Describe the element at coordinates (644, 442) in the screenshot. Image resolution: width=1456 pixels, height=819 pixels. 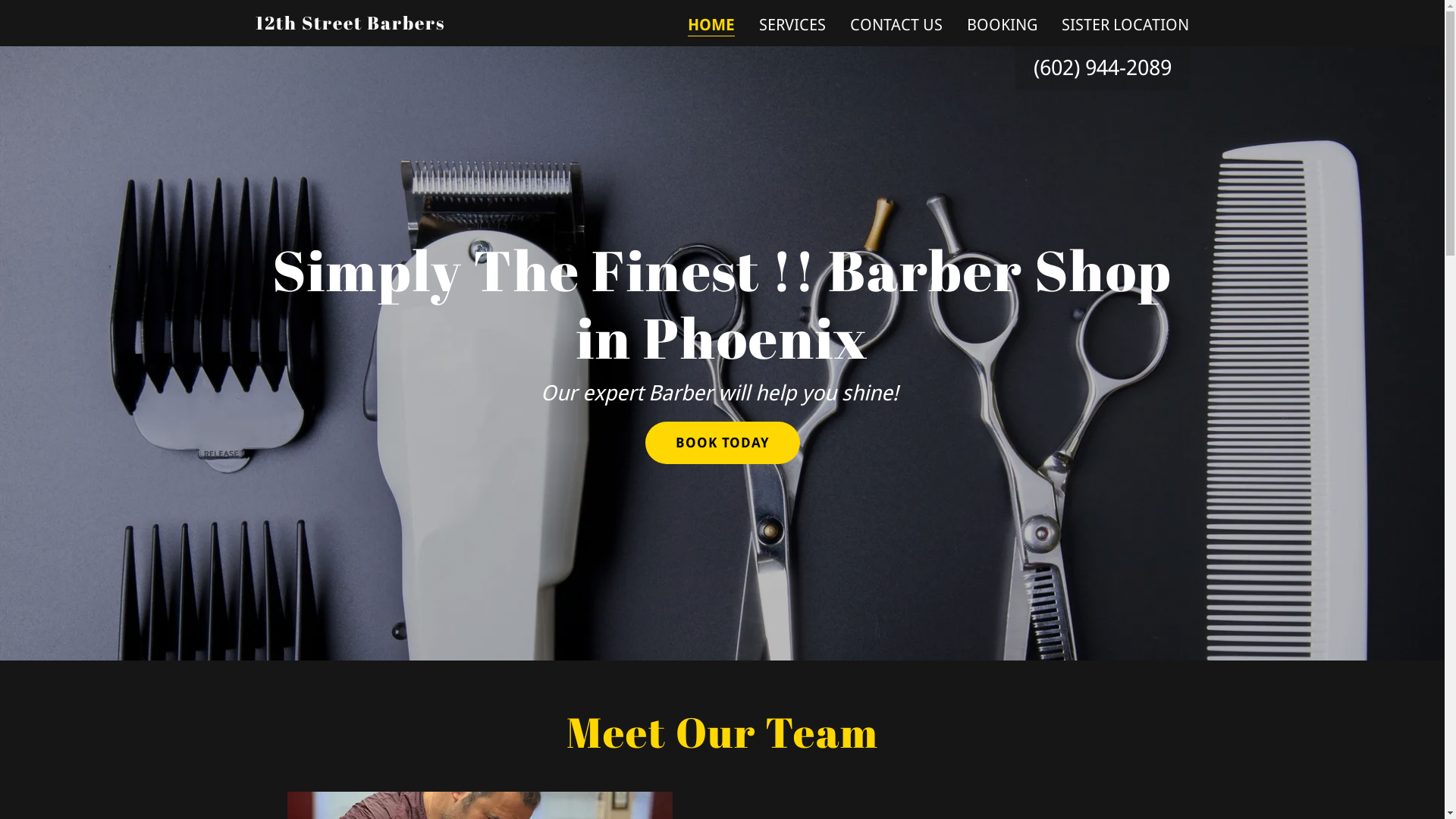
I see `'BOOK TODAY'` at that location.